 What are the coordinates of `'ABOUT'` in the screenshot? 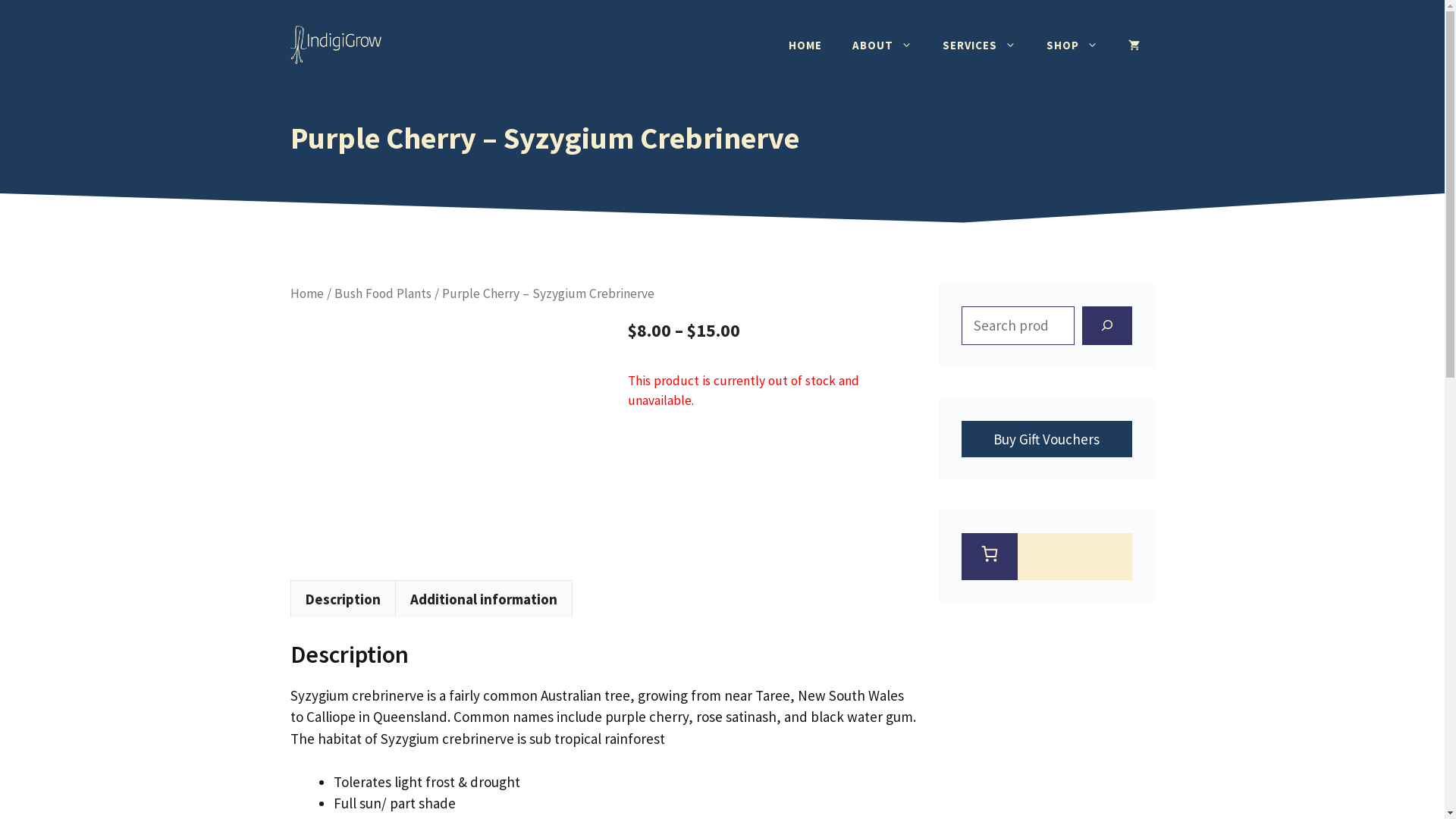 It's located at (836, 45).